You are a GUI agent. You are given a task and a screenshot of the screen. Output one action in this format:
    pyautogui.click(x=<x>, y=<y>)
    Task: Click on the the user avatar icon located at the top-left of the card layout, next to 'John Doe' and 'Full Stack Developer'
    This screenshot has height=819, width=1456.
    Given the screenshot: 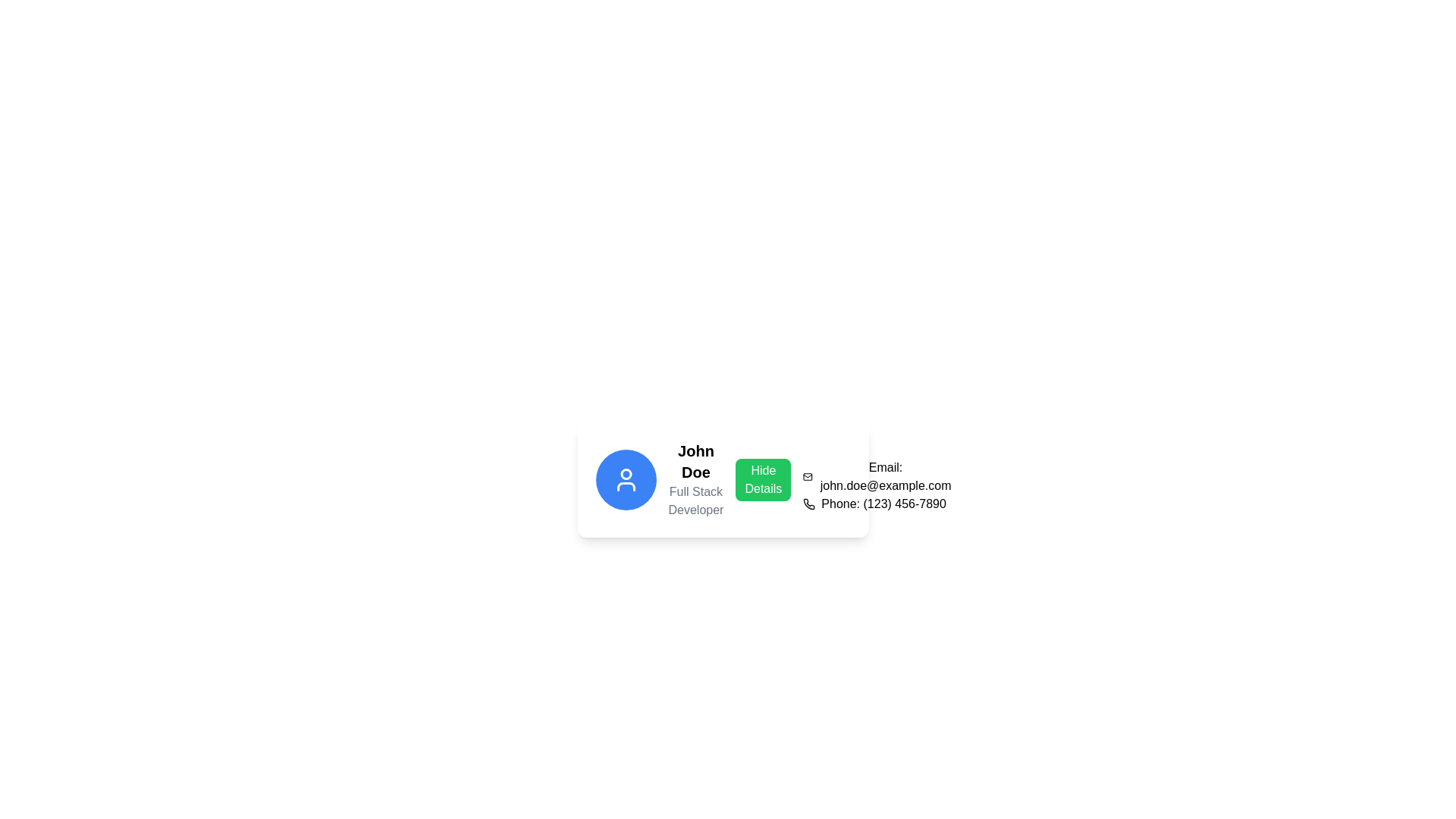 What is the action you would take?
    pyautogui.click(x=626, y=479)
    